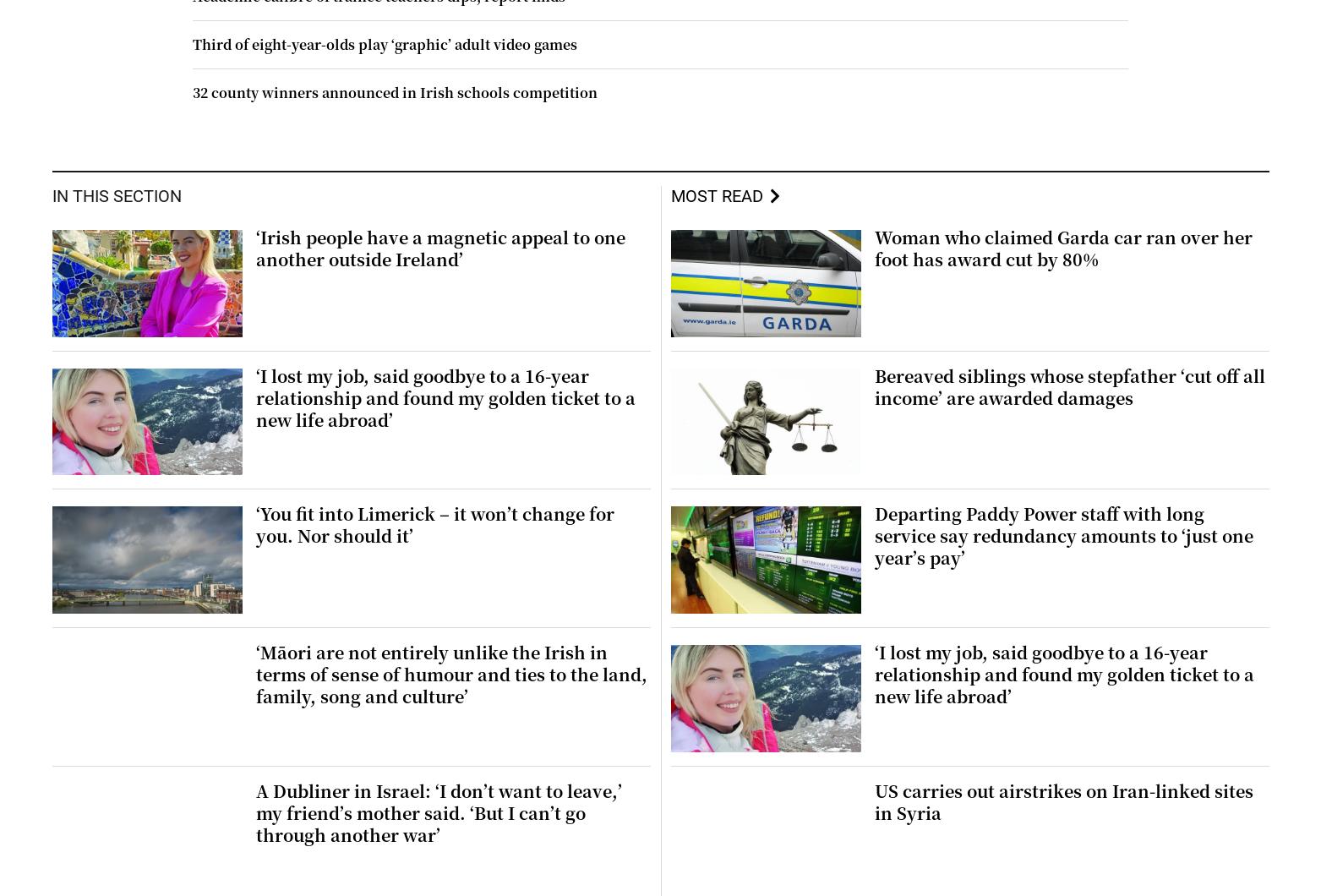 This screenshot has width=1321, height=896. Describe the element at coordinates (1063, 800) in the screenshot. I see `'US carries out airstrikes on Iran-linked sites in Syria'` at that location.